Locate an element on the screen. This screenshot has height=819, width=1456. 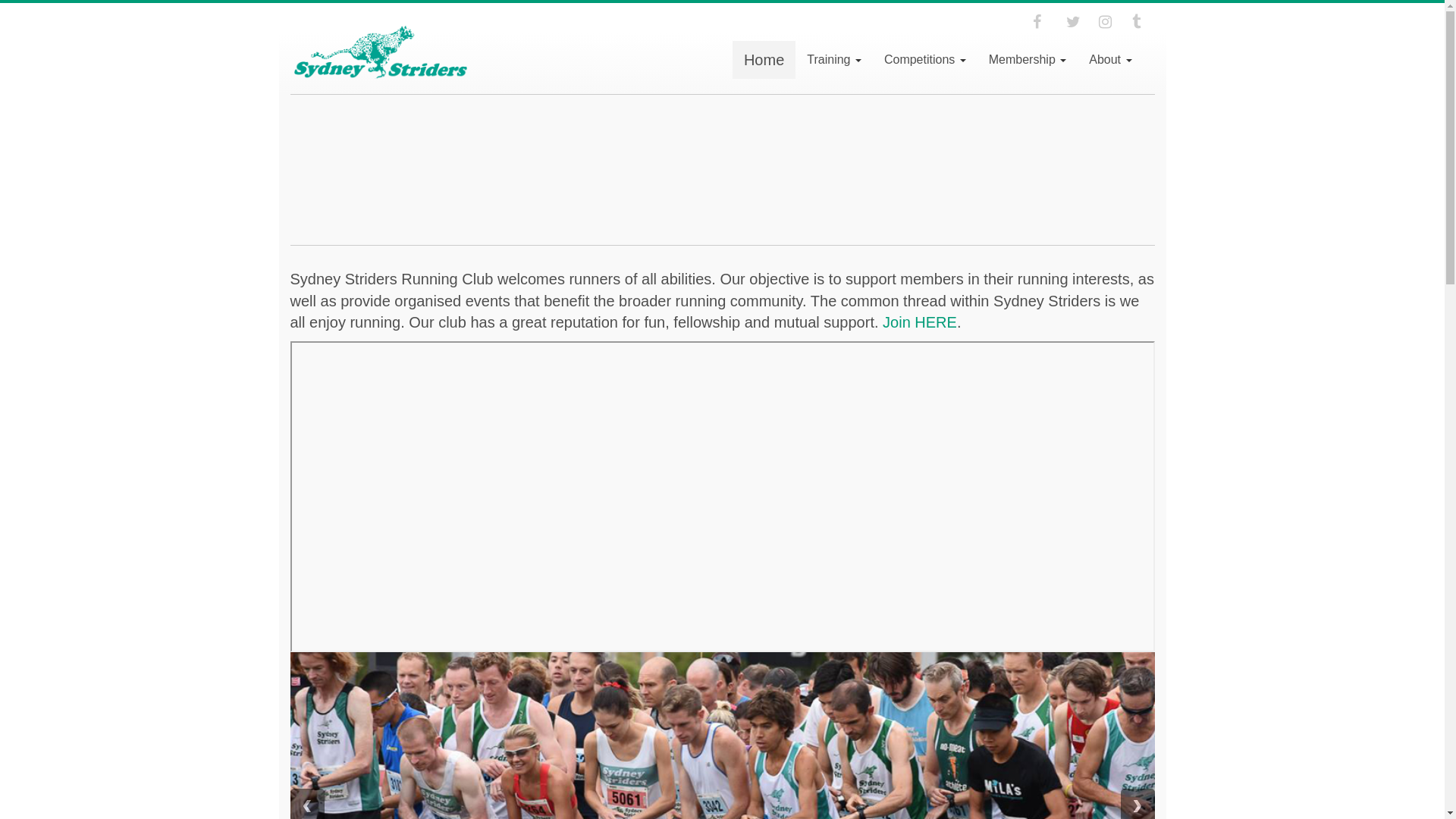
'twitter' is located at coordinates (1065, 22).